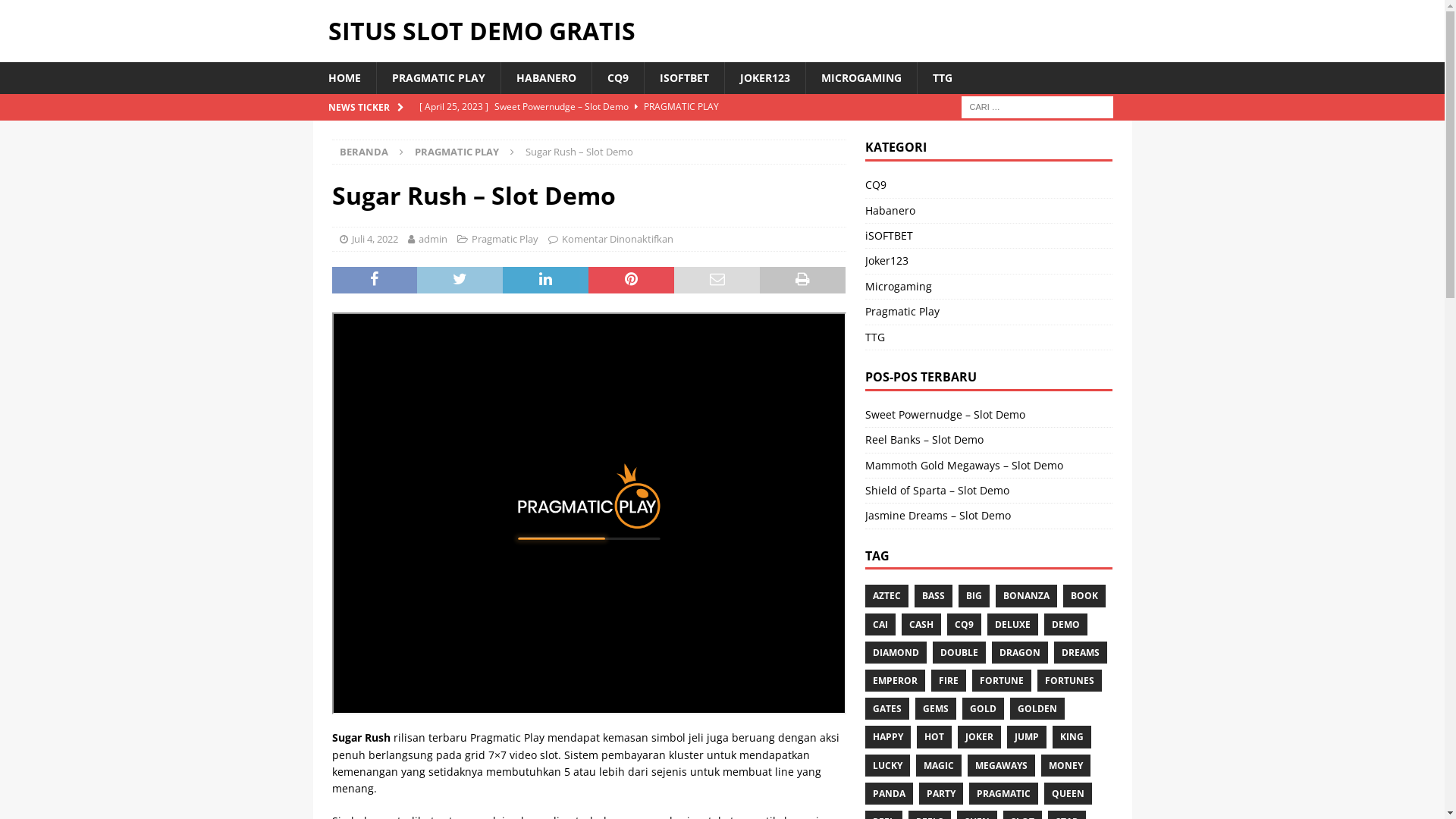 The height and width of the screenshot is (819, 1456). Describe the element at coordinates (930, 679) in the screenshot. I see `'FIRE'` at that location.